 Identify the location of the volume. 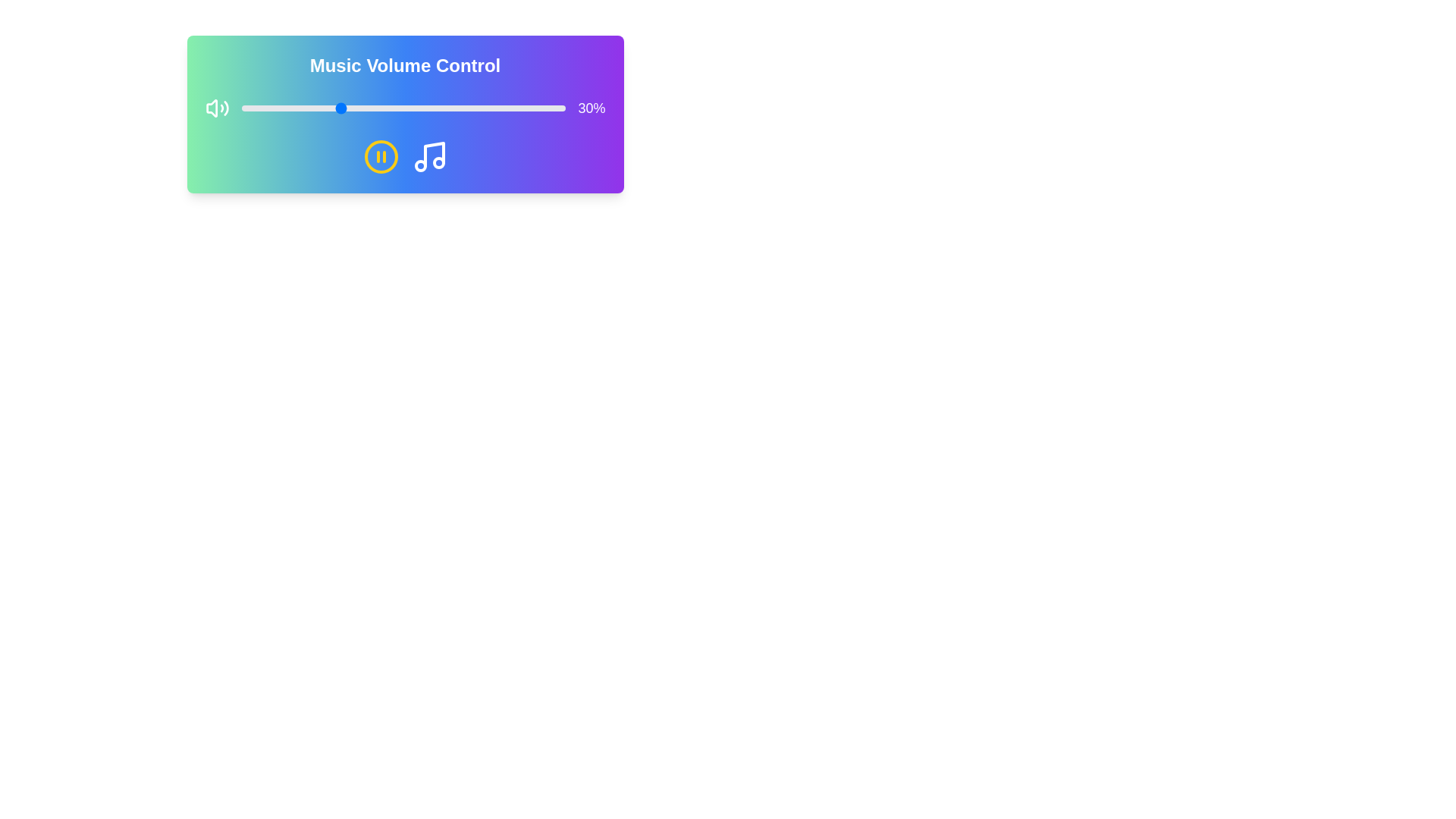
(250, 107).